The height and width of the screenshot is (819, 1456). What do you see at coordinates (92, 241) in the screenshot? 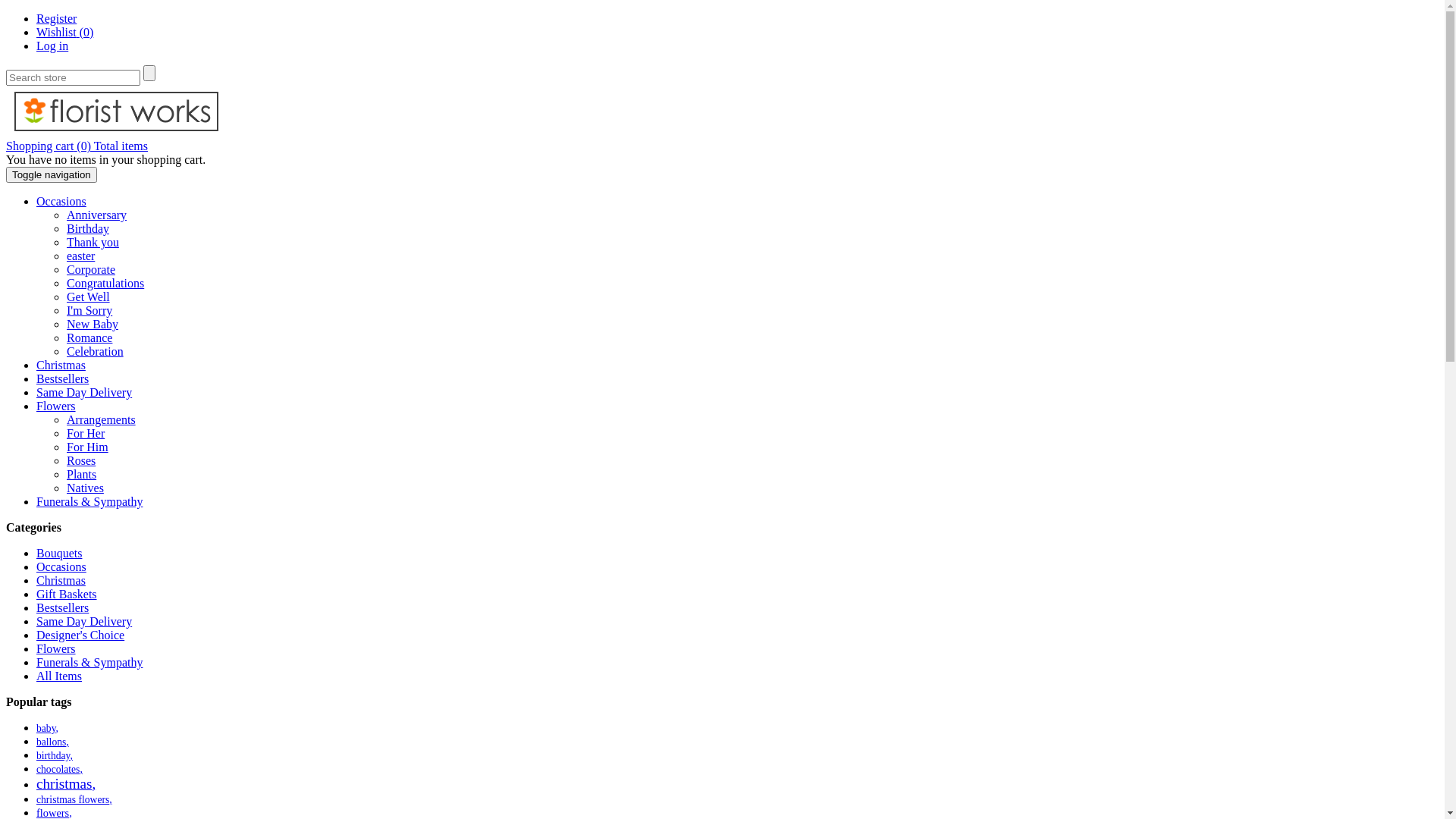
I see `'Thank you'` at bounding box center [92, 241].